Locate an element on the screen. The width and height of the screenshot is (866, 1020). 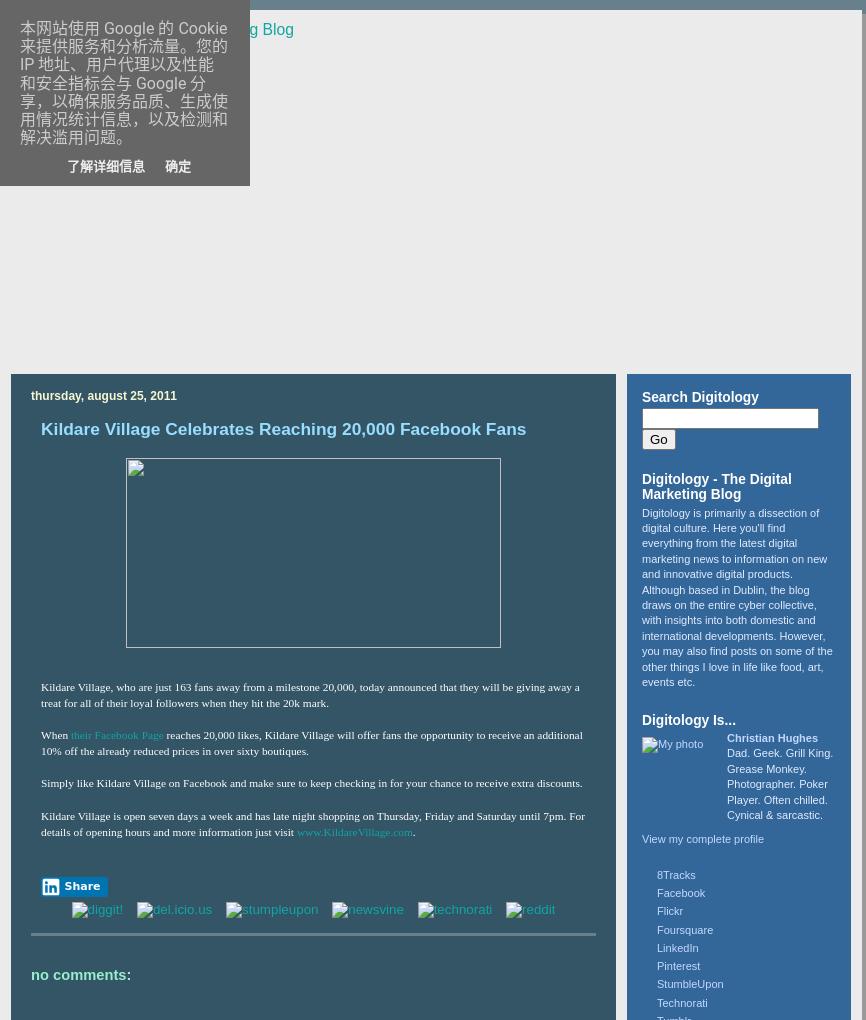
'Technorati' is located at coordinates (680, 1002).